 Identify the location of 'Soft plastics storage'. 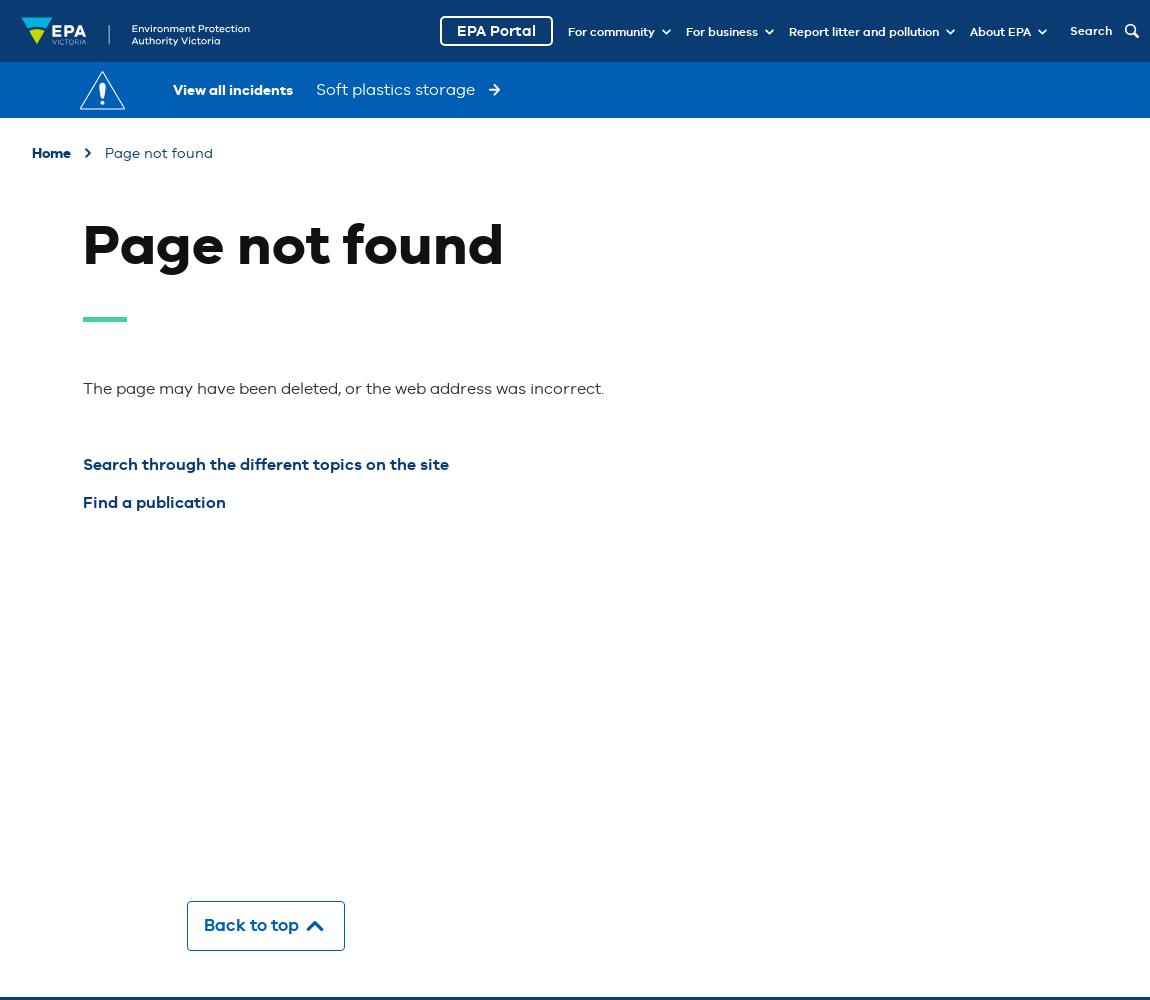
(397, 88).